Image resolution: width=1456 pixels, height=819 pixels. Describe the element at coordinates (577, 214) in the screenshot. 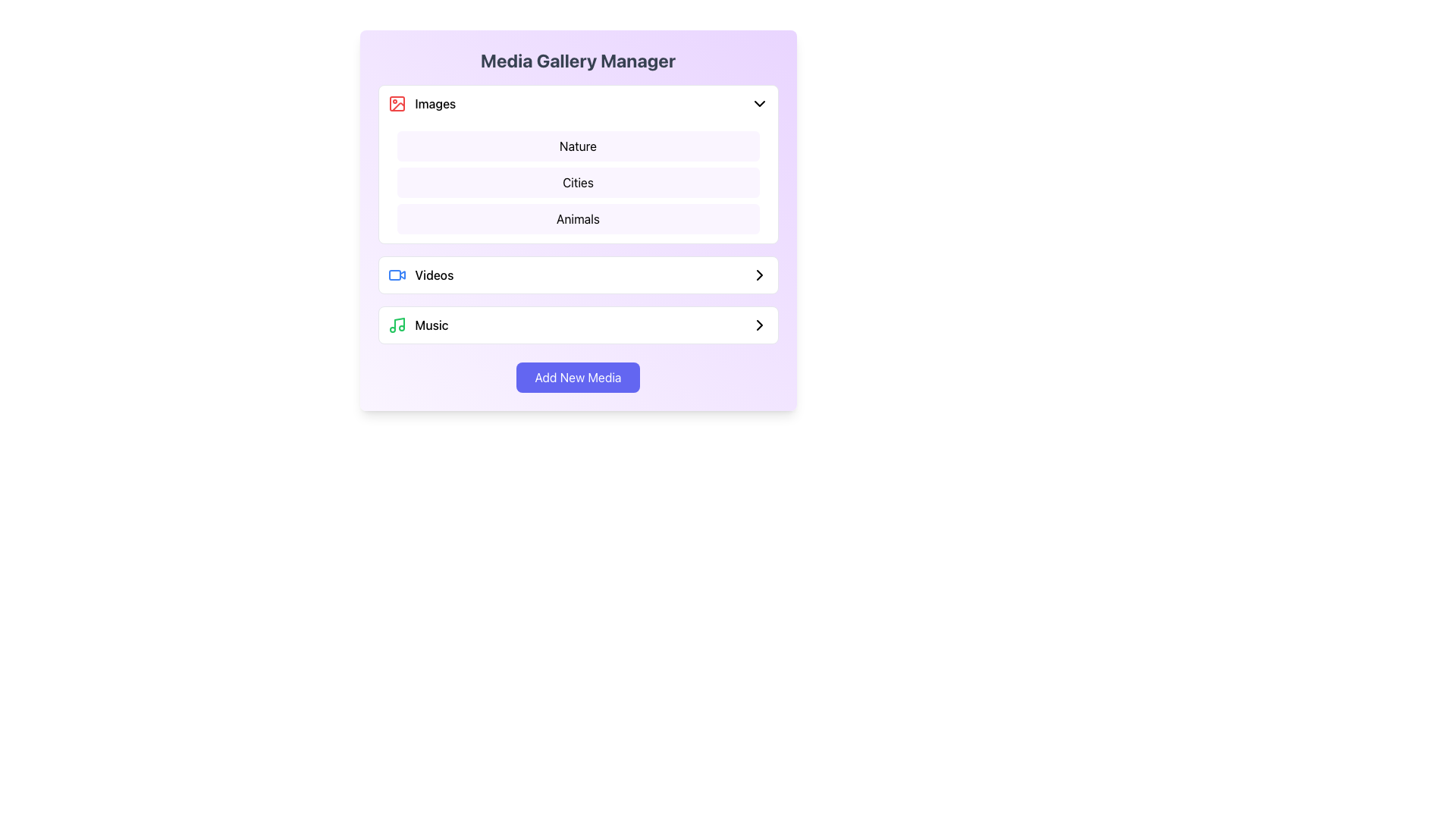

I see `the third option labeled 'Animals' in the 'Images' dropdown menu within the 'Media Gallery Manager' section` at that location.